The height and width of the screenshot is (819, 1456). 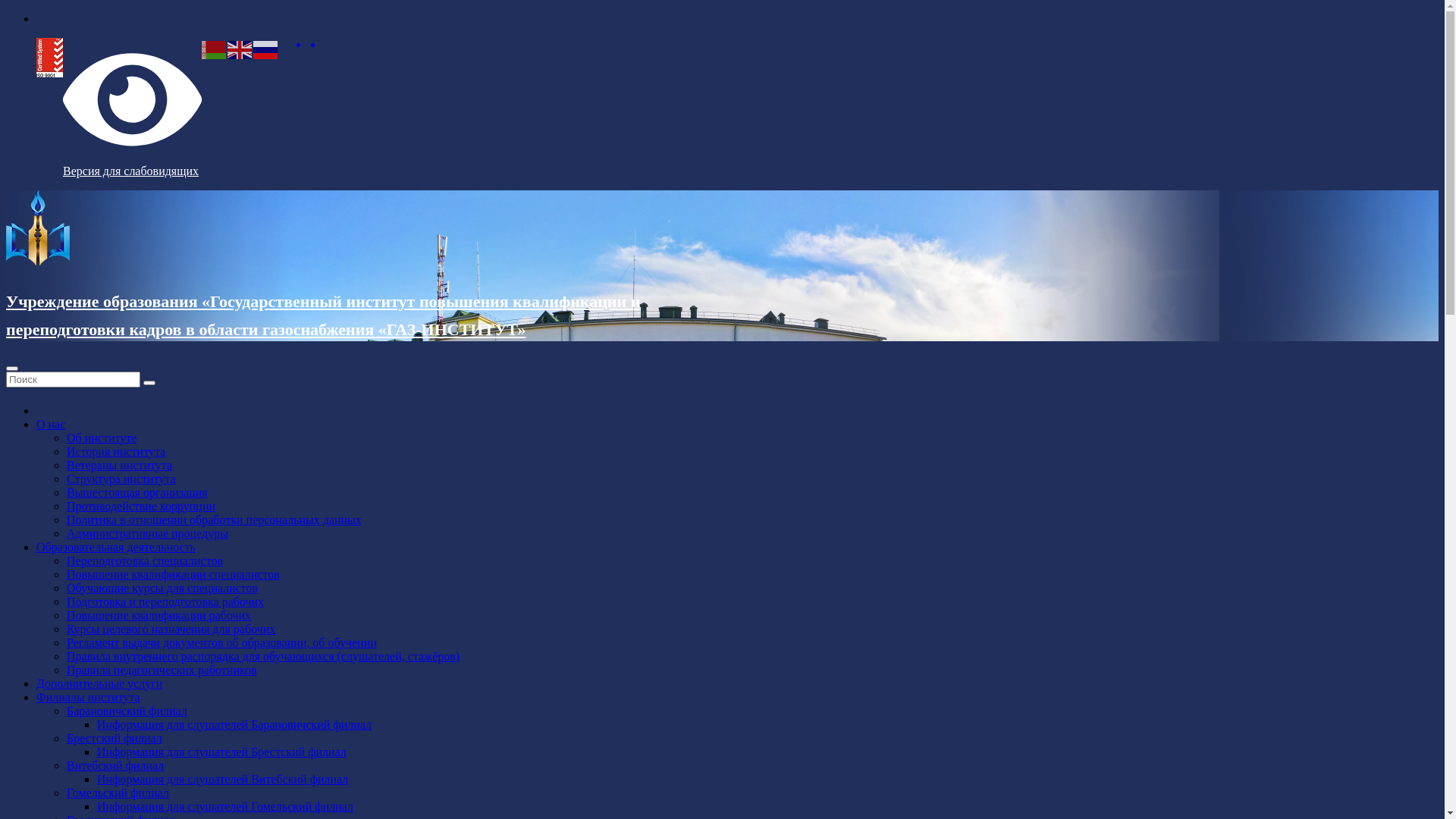 What do you see at coordinates (265, 48) in the screenshot?
I see `'Russian'` at bounding box center [265, 48].